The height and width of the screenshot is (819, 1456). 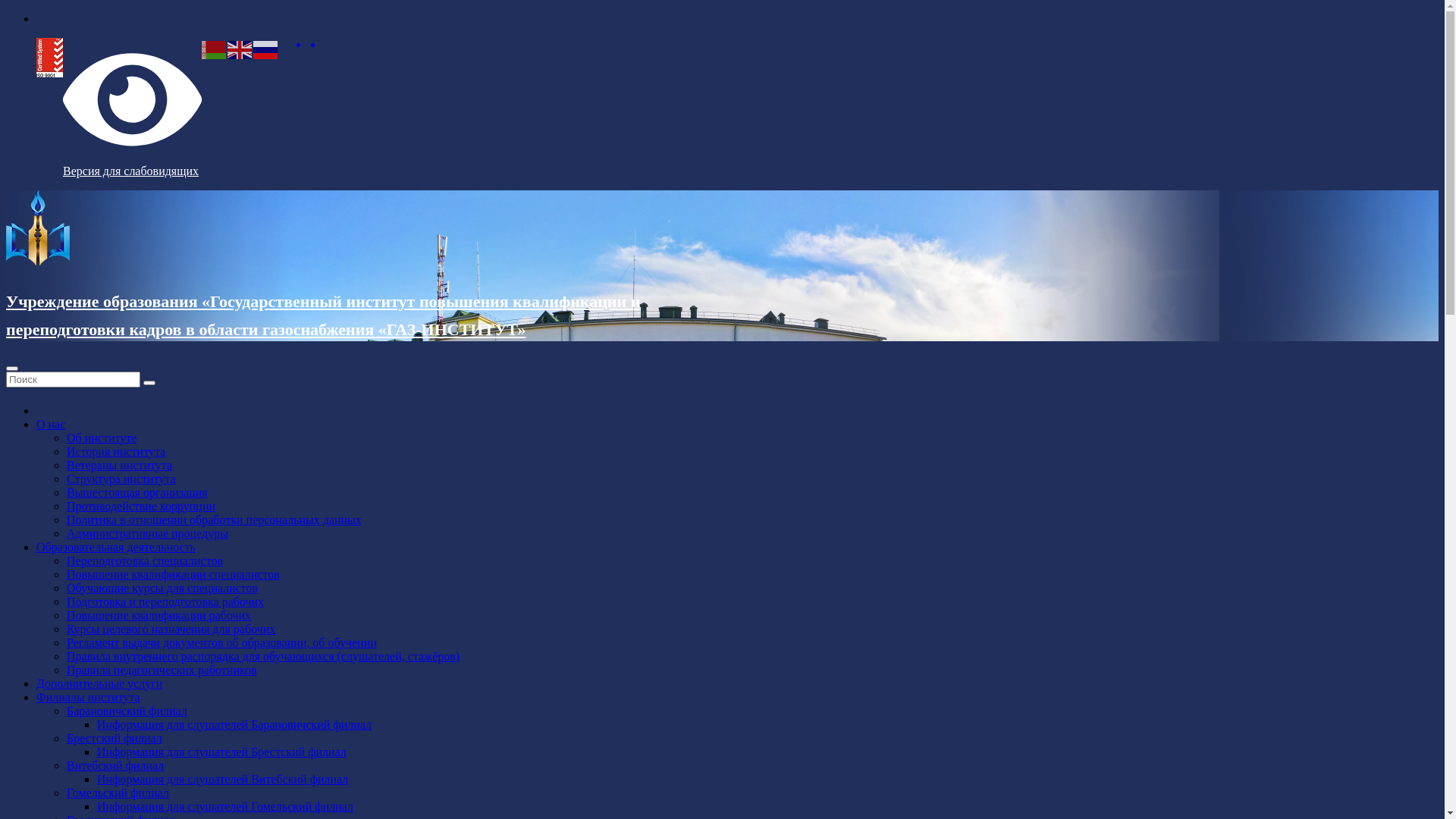 What do you see at coordinates (265, 48) in the screenshot?
I see `'Russian'` at bounding box center [265, 48].